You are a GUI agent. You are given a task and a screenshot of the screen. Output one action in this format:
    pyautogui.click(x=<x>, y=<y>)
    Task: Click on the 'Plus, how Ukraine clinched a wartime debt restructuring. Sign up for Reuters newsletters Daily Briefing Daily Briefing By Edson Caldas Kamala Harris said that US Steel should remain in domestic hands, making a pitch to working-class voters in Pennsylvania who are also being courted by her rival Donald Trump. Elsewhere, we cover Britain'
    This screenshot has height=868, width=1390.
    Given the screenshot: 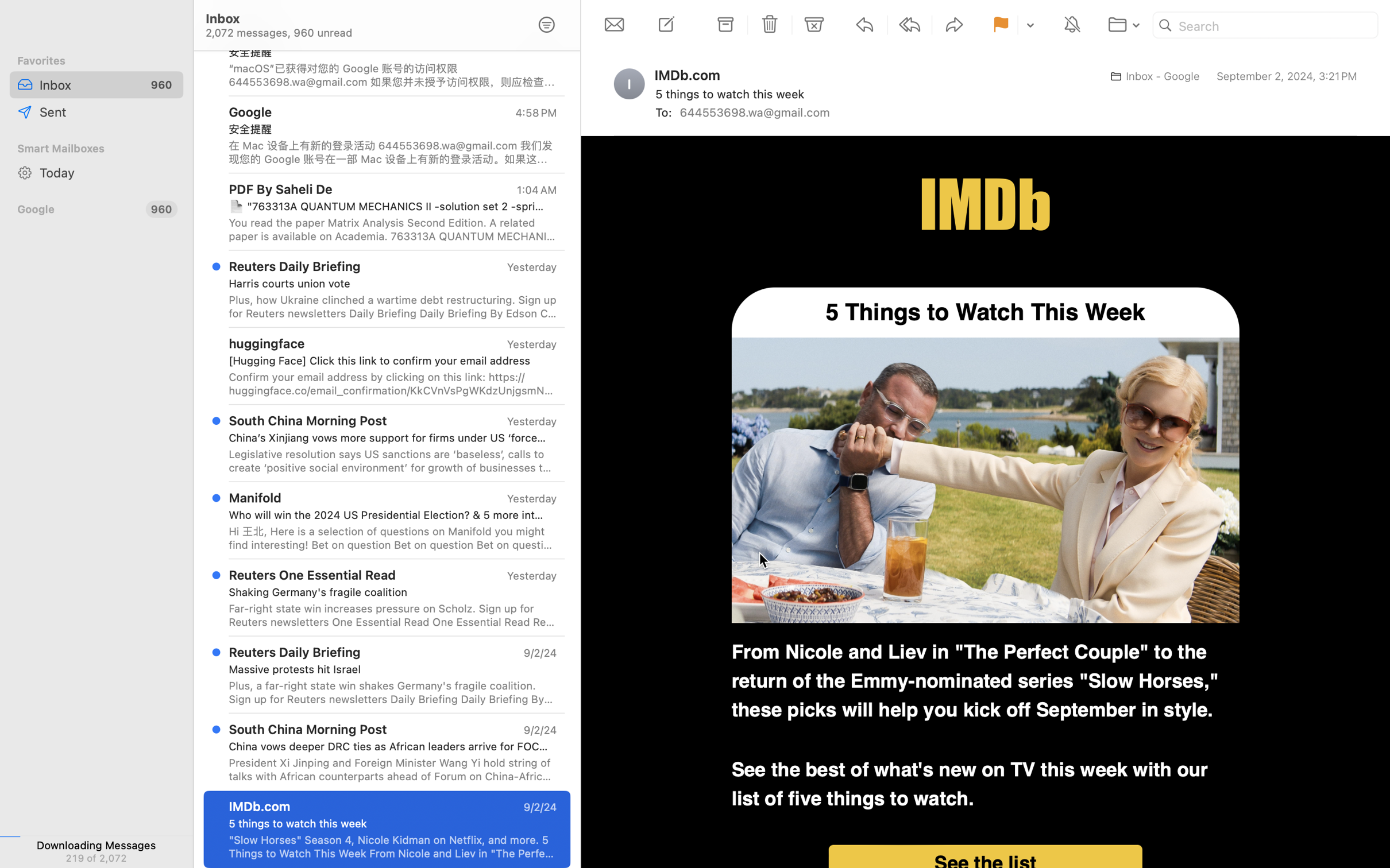 What is the action you would take?
    pyautogui.click(x=392, y=305)
    